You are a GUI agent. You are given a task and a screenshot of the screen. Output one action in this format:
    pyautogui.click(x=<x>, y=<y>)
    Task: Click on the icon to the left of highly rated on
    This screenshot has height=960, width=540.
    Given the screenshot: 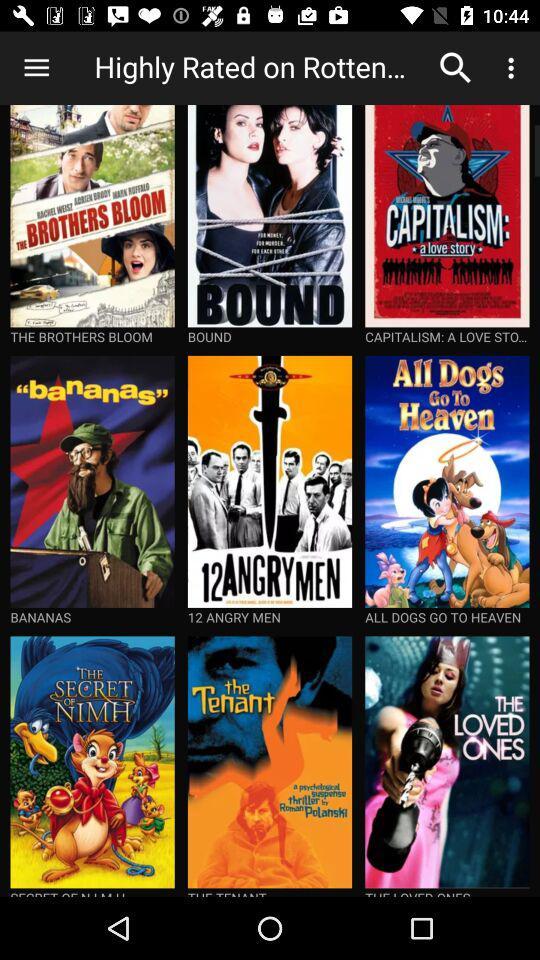 What is the action you would take?
    pyautogui.click(x=36, y=68)
    